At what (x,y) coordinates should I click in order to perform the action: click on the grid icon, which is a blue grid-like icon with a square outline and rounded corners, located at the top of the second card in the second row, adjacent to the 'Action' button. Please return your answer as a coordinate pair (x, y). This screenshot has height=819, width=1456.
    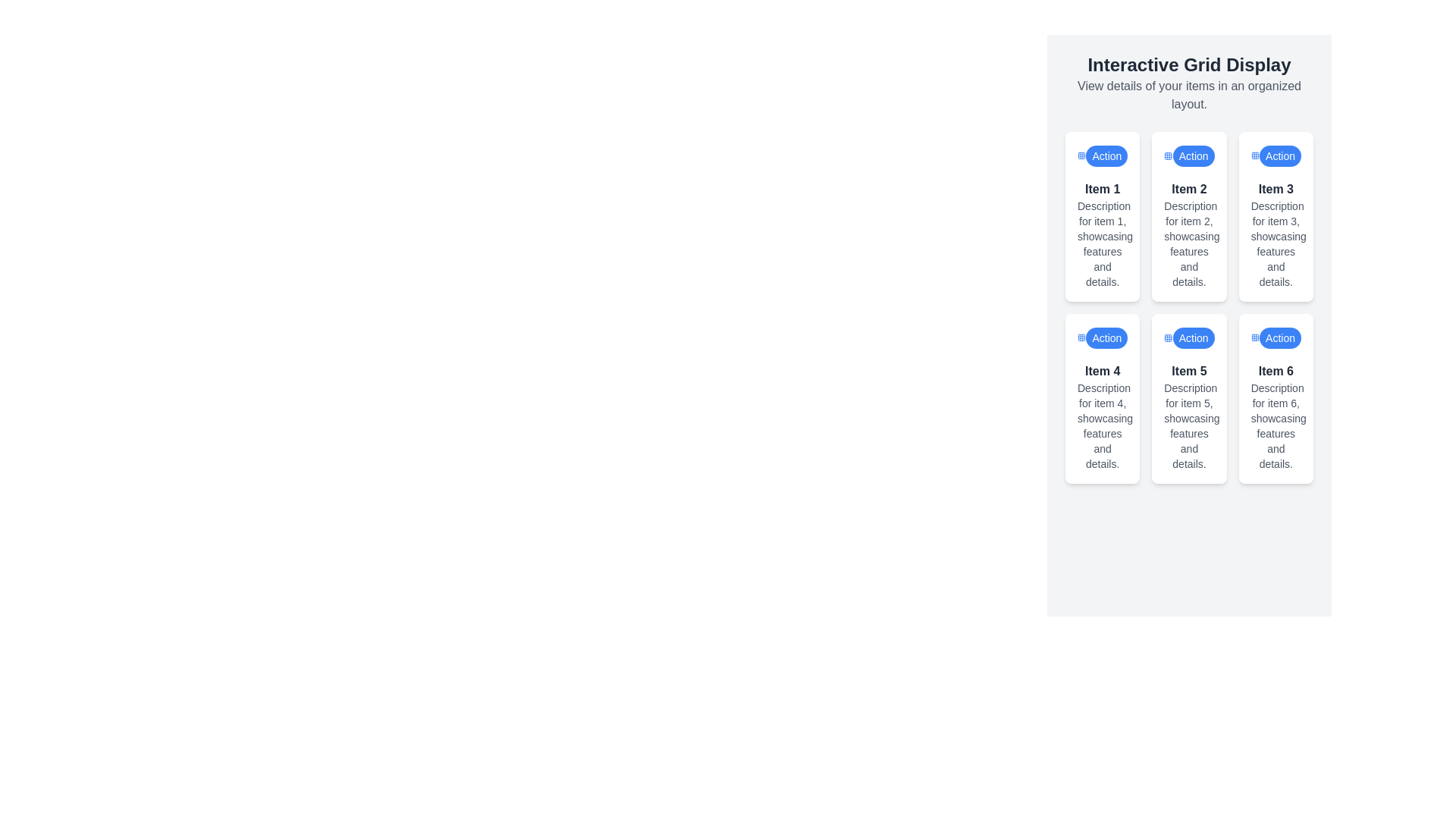
    Looking at the image, I should click on (1167, 155).